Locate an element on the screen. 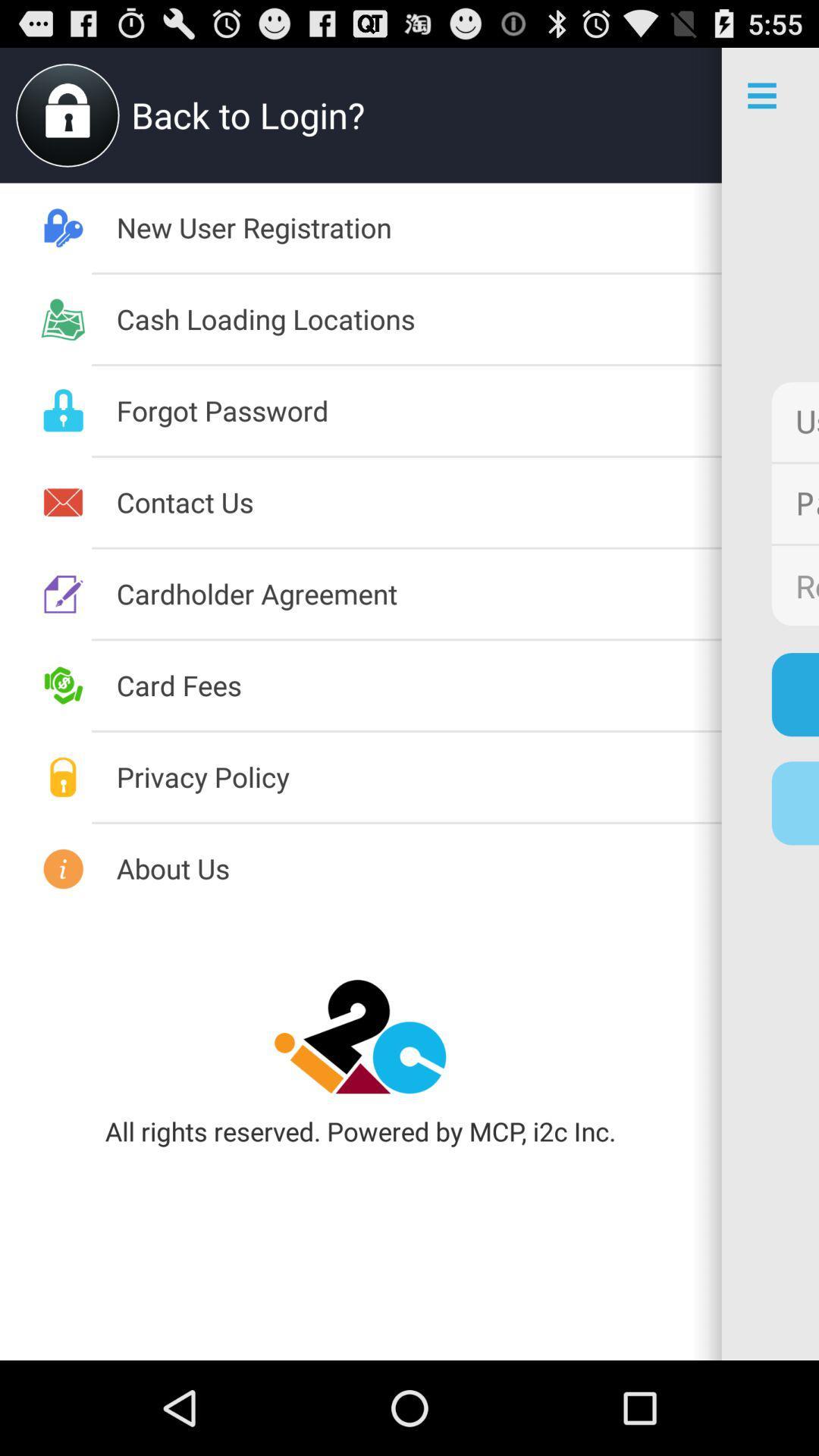 The width and height of the screenshot is (819, 1456). the item next to the back to login? app is located at coordinates (67, 115).